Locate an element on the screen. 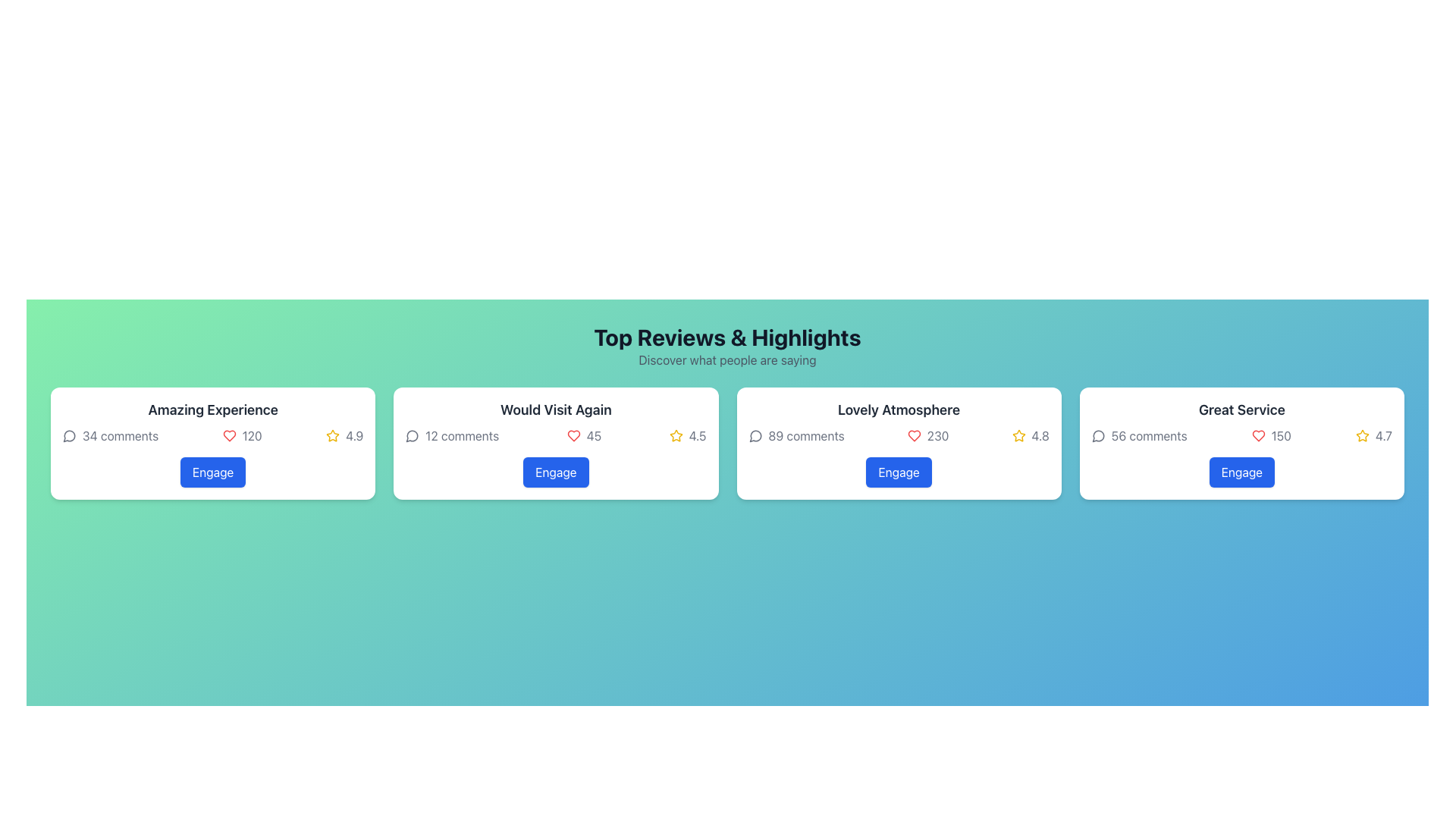 The image size is (1456, 819). the circular speech bubble icon located in the second card titled 'Would Visit Again', which is positioned to the left of the '12 comments' text is located at coordinates (413, 435).